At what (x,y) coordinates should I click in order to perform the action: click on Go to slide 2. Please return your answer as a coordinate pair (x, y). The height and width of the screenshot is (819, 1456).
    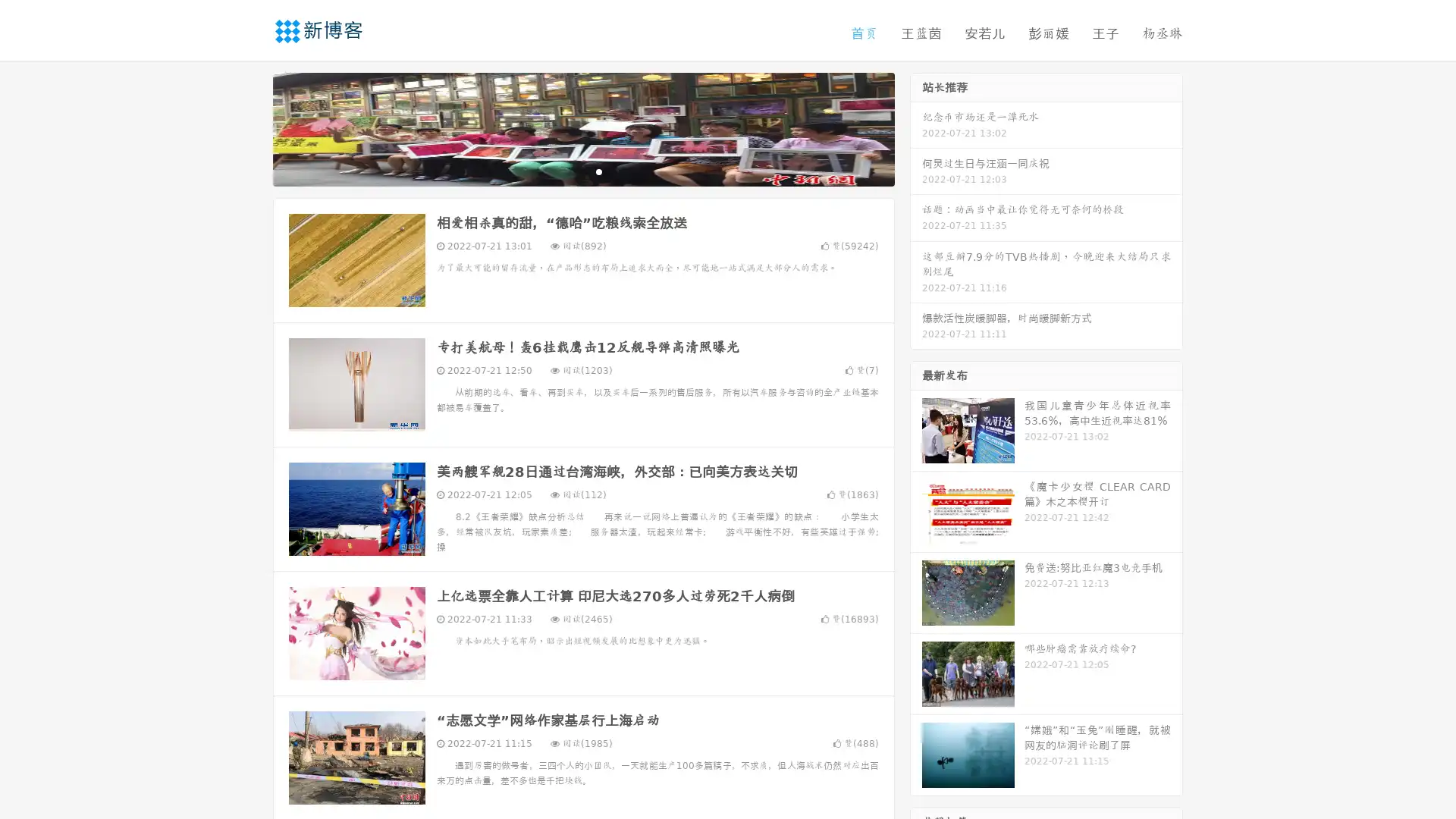
    Looking at the image, I should click on (582, 171).